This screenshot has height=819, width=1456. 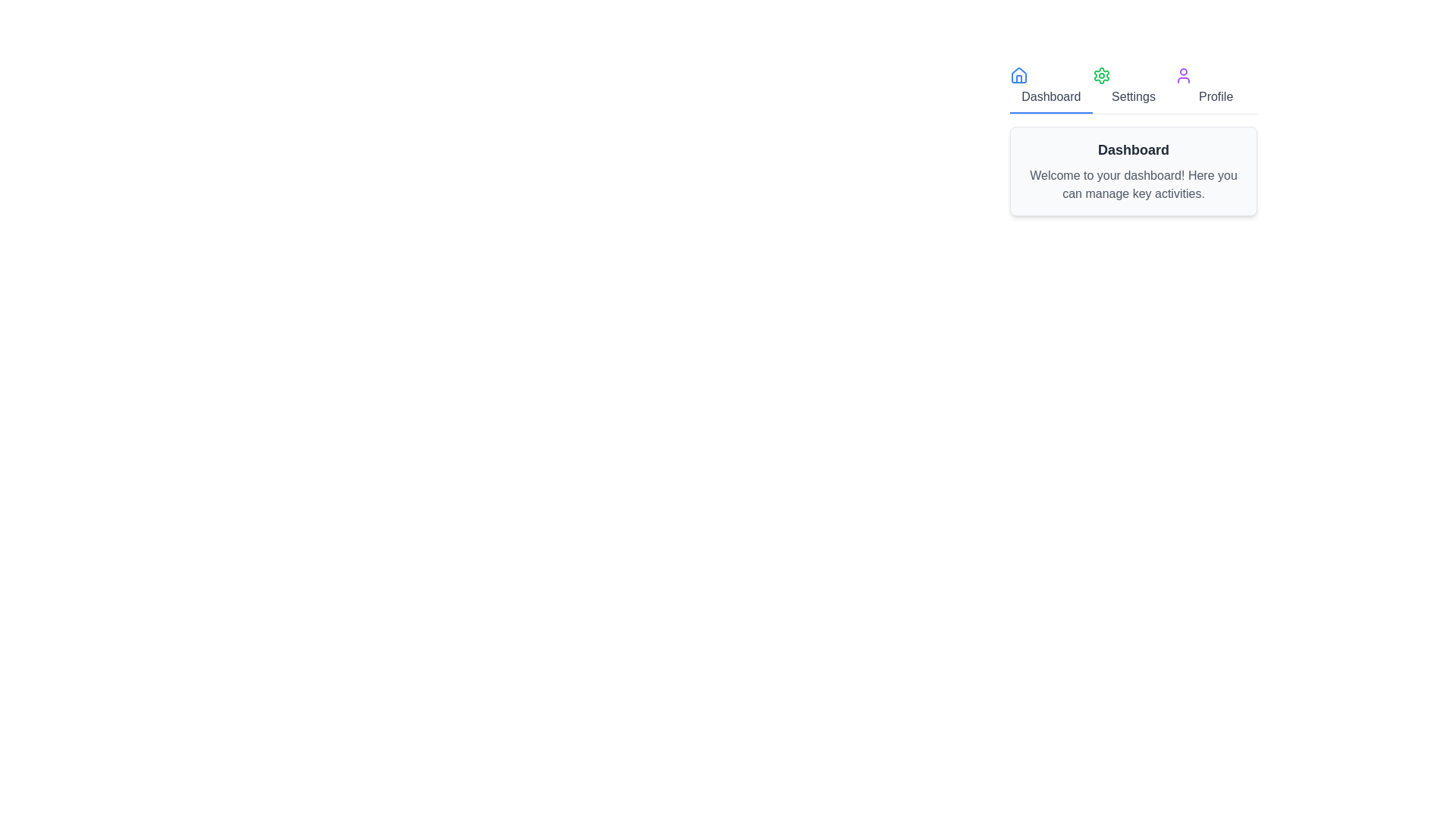 What do you see at coordinates (1133, 87) in the screenshot?
I see `the tab labeled Settings` at bounding box center [1133, 87].